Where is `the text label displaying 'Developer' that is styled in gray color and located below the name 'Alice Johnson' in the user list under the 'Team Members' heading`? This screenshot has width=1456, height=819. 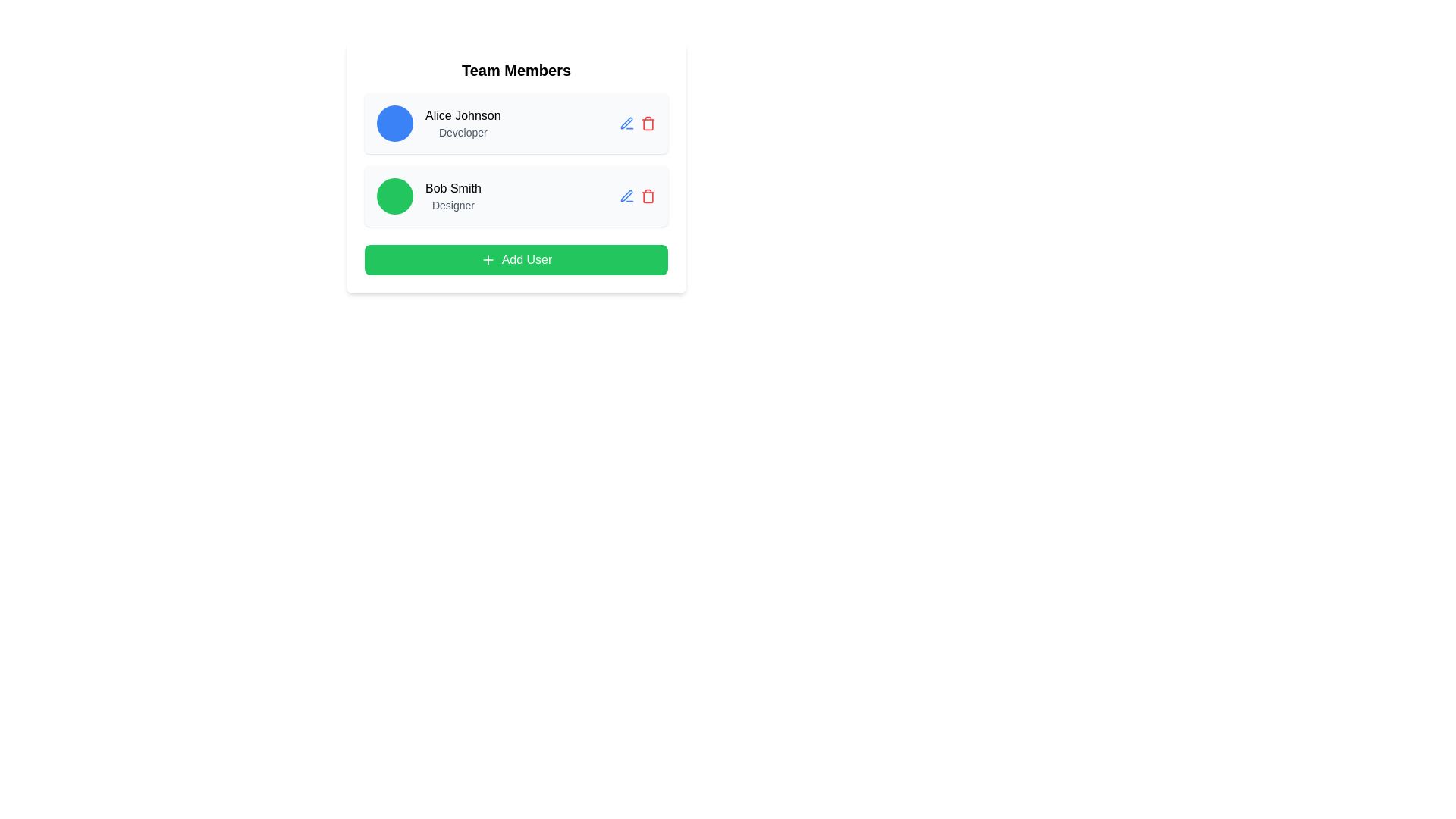
the text label displaying 'Developer' that is styled in gray color and located below the name 'Alice Johnson' in the user list under the 'Team Members' heading is located at coordinates (462, 131).